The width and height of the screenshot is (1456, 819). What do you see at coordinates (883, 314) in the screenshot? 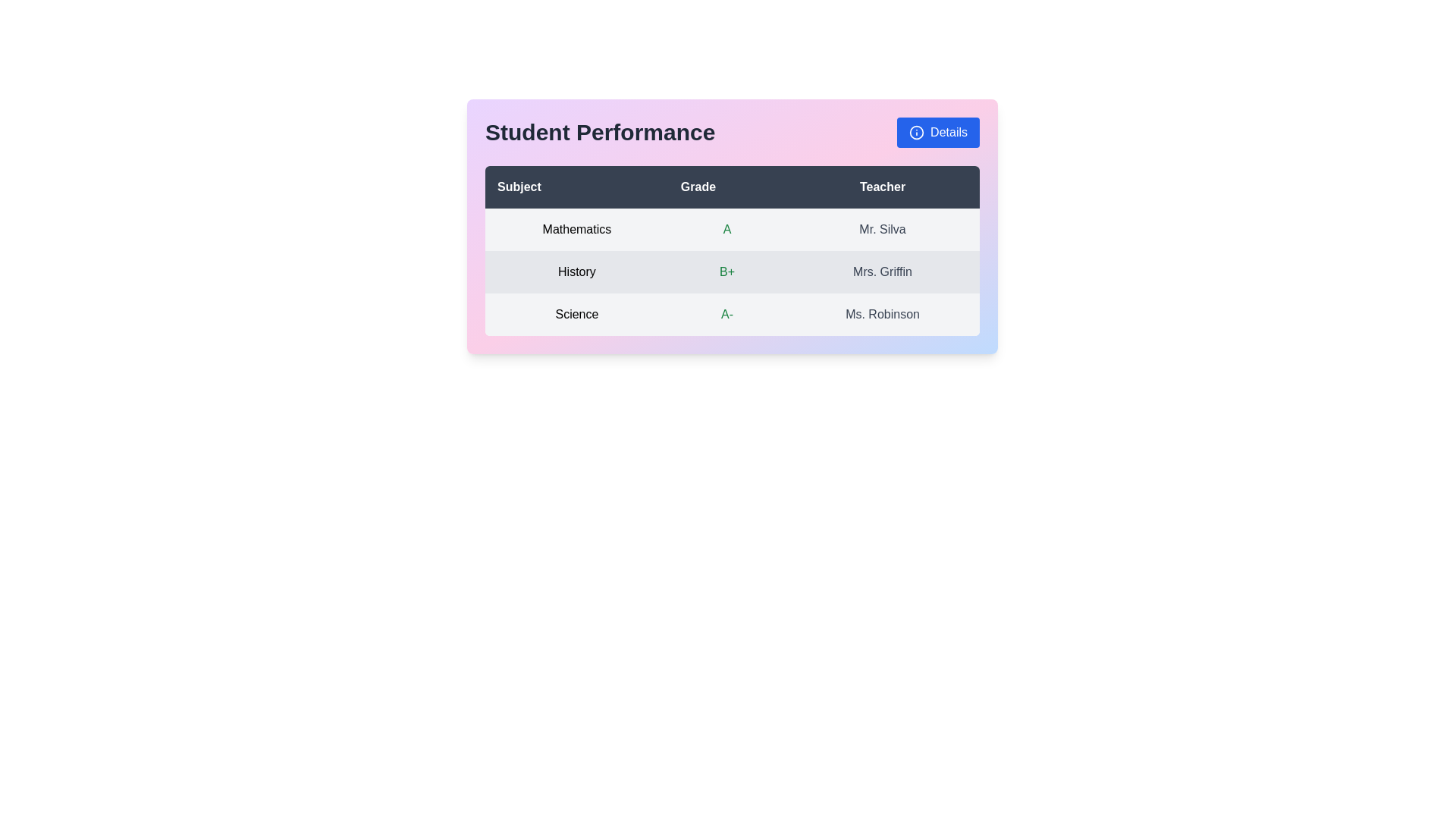
I see `the text label displaying 'Ms. Robinson' in medium gray font, which is located in the third column of the table row labeled 'Teacher'` at bounding box center [883, 314].